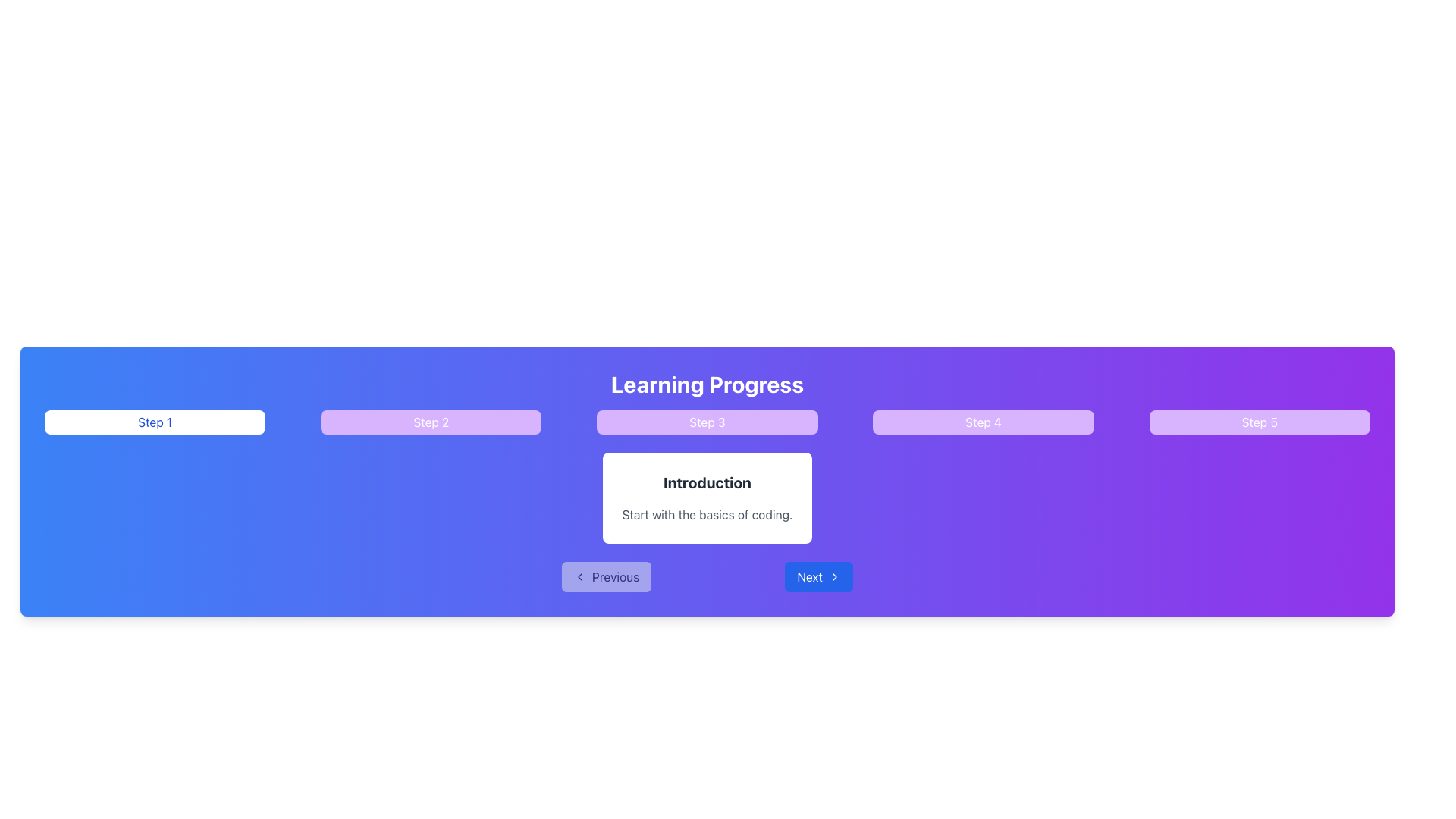  I want to click on the 'Learning Progress' heading, which is displayed in large, bold white font at the top of the stepper interface, with a gradient blue and purple background, so click(706, 383).